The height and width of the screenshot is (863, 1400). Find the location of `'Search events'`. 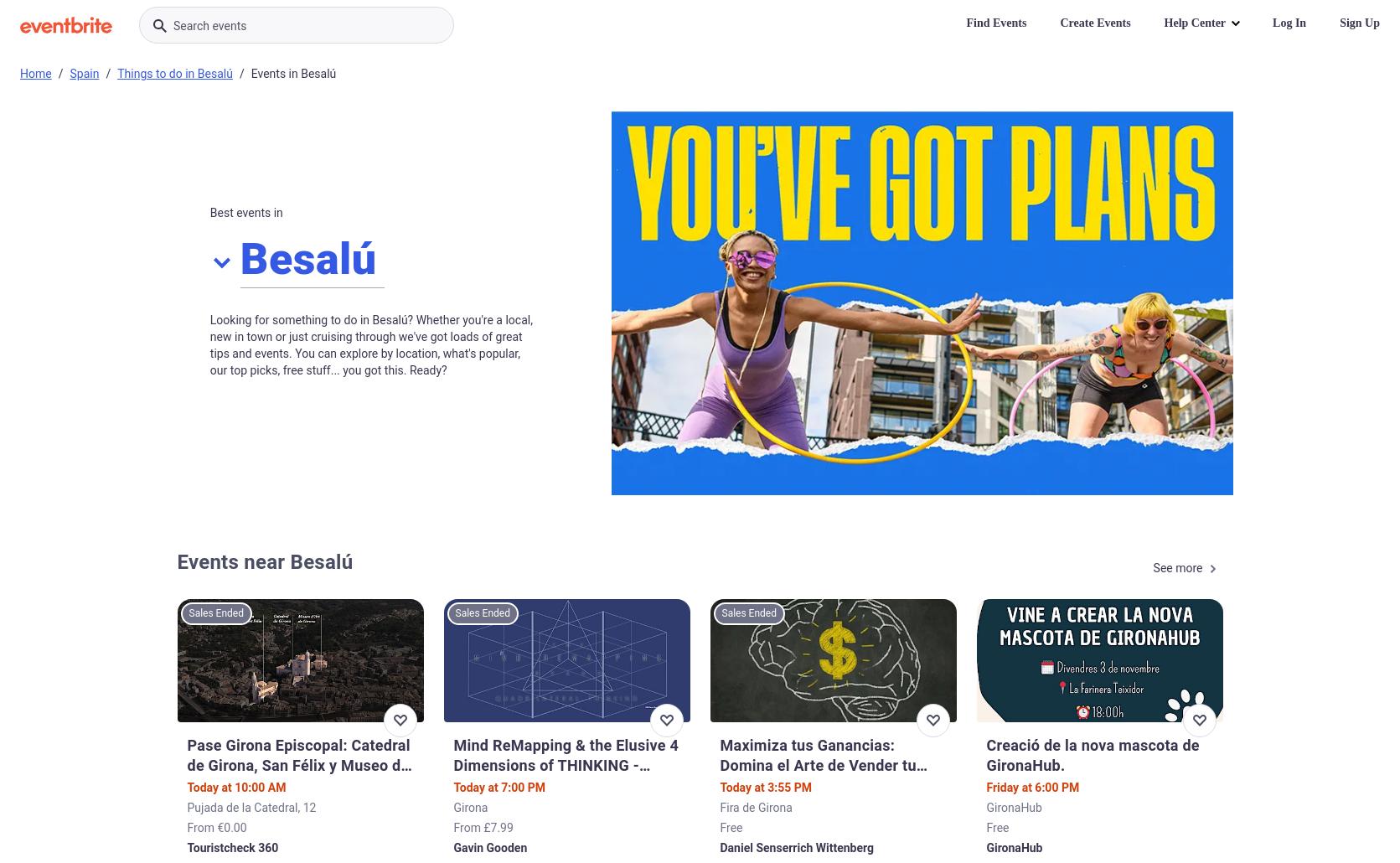

'Search events' is located at coordinates (209, 26).